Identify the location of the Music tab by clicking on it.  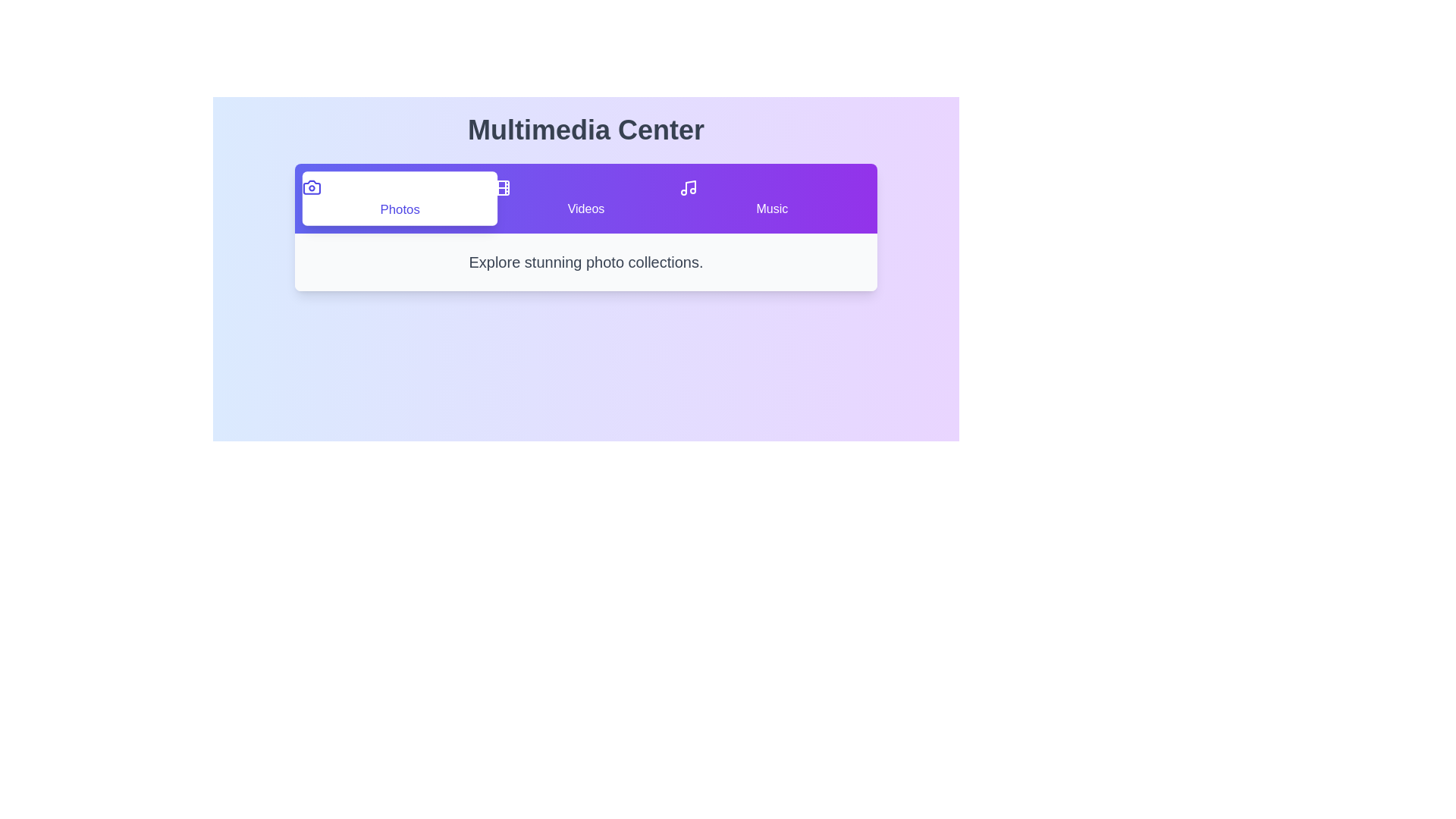
(771, 198).